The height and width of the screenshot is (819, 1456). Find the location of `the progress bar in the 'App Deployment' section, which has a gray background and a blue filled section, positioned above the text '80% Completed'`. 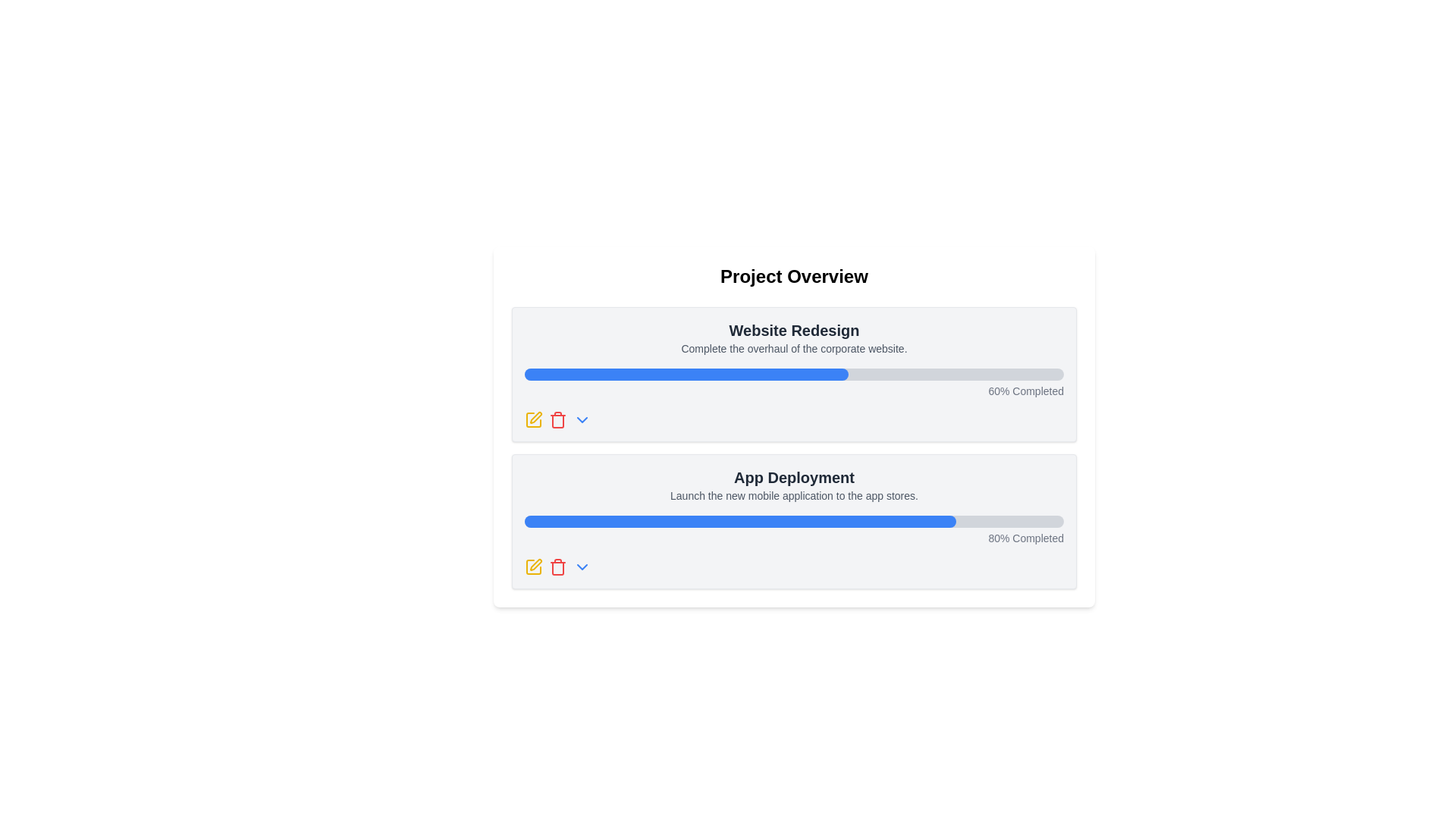

the progress bar in the 'App Deployment' section, which has a gray background and a blue filled section, positioned above the text '80% Completed' is located at coordinates (793, 520).